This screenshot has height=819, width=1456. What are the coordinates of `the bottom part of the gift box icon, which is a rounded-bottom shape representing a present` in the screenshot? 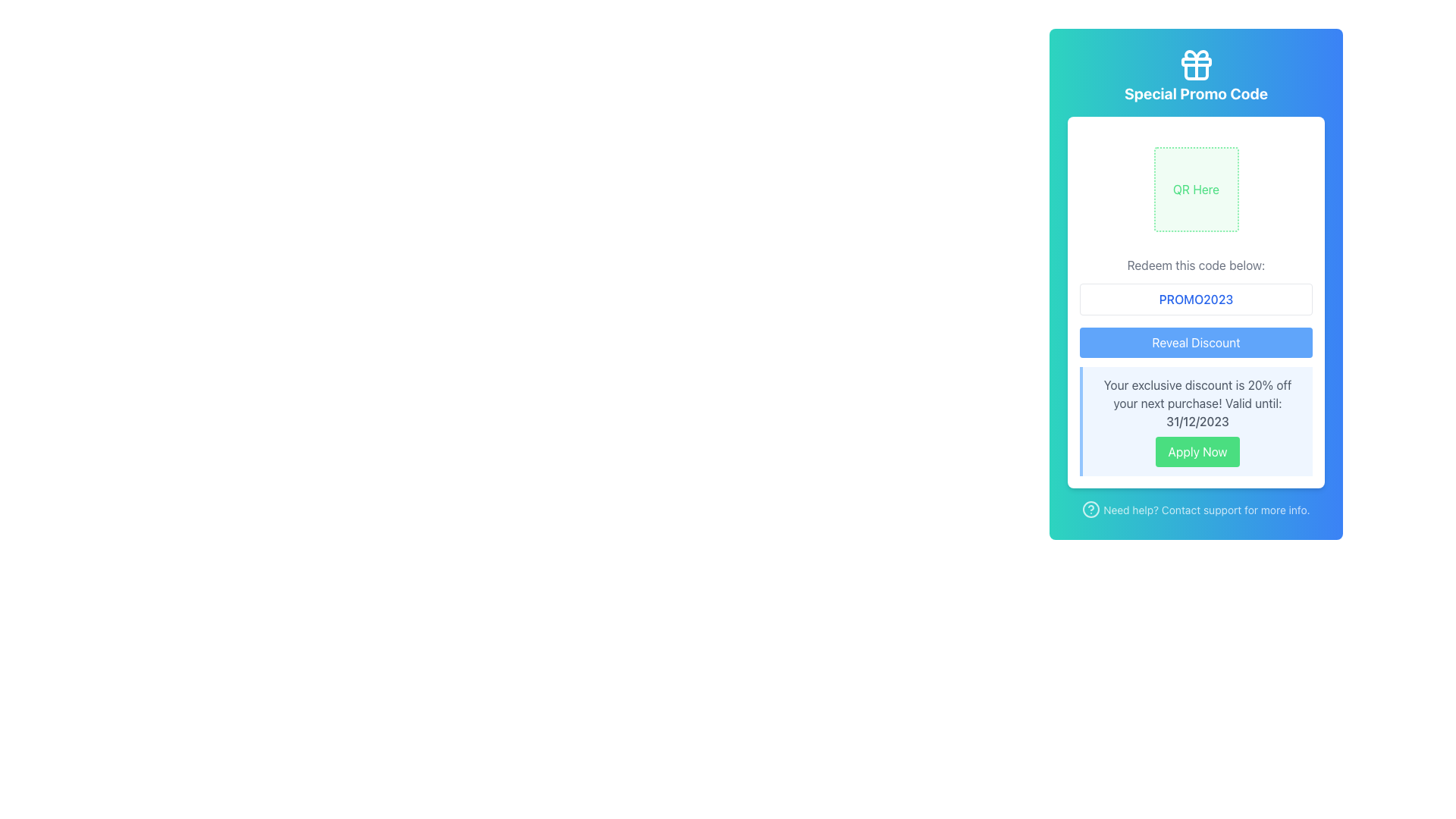 It's located at (1195, 72).